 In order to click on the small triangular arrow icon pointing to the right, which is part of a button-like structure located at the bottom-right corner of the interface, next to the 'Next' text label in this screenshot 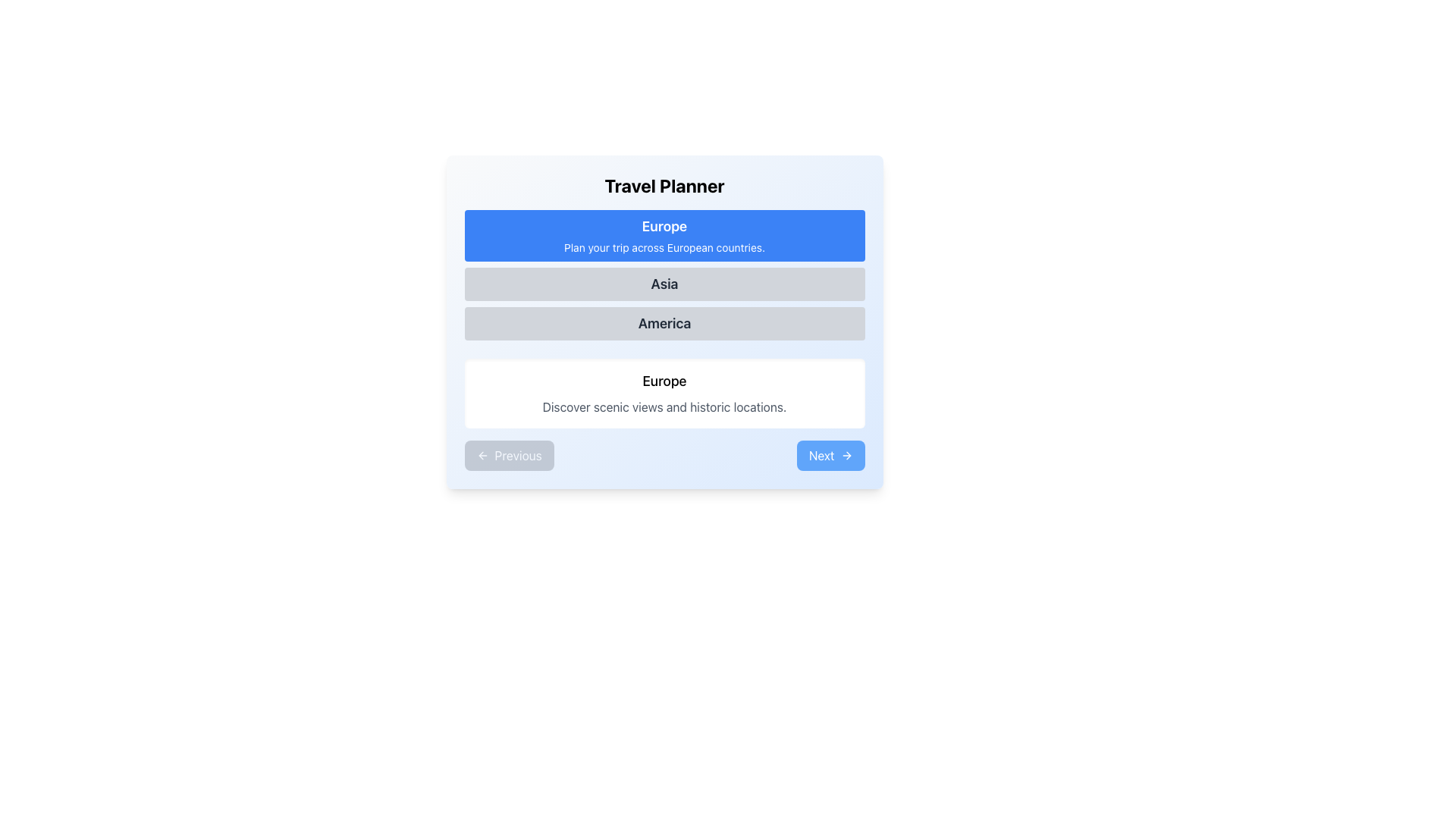, I will do `click(847, 455)`.